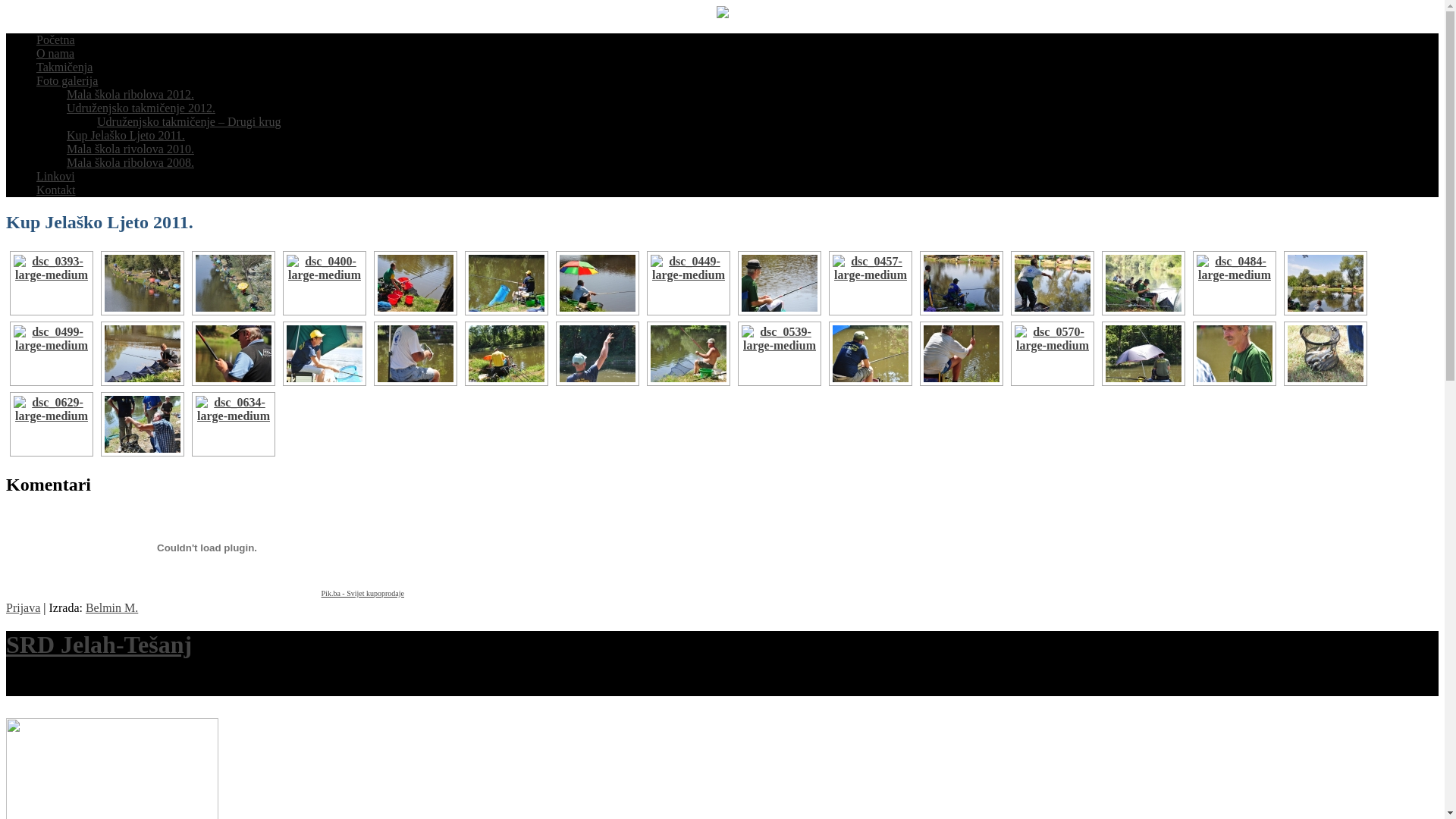 This screenshot has width=1456, height=819. Describe the element at coordinates (55, 189) in the screenshot. I see `'Kontakt'` at that location.